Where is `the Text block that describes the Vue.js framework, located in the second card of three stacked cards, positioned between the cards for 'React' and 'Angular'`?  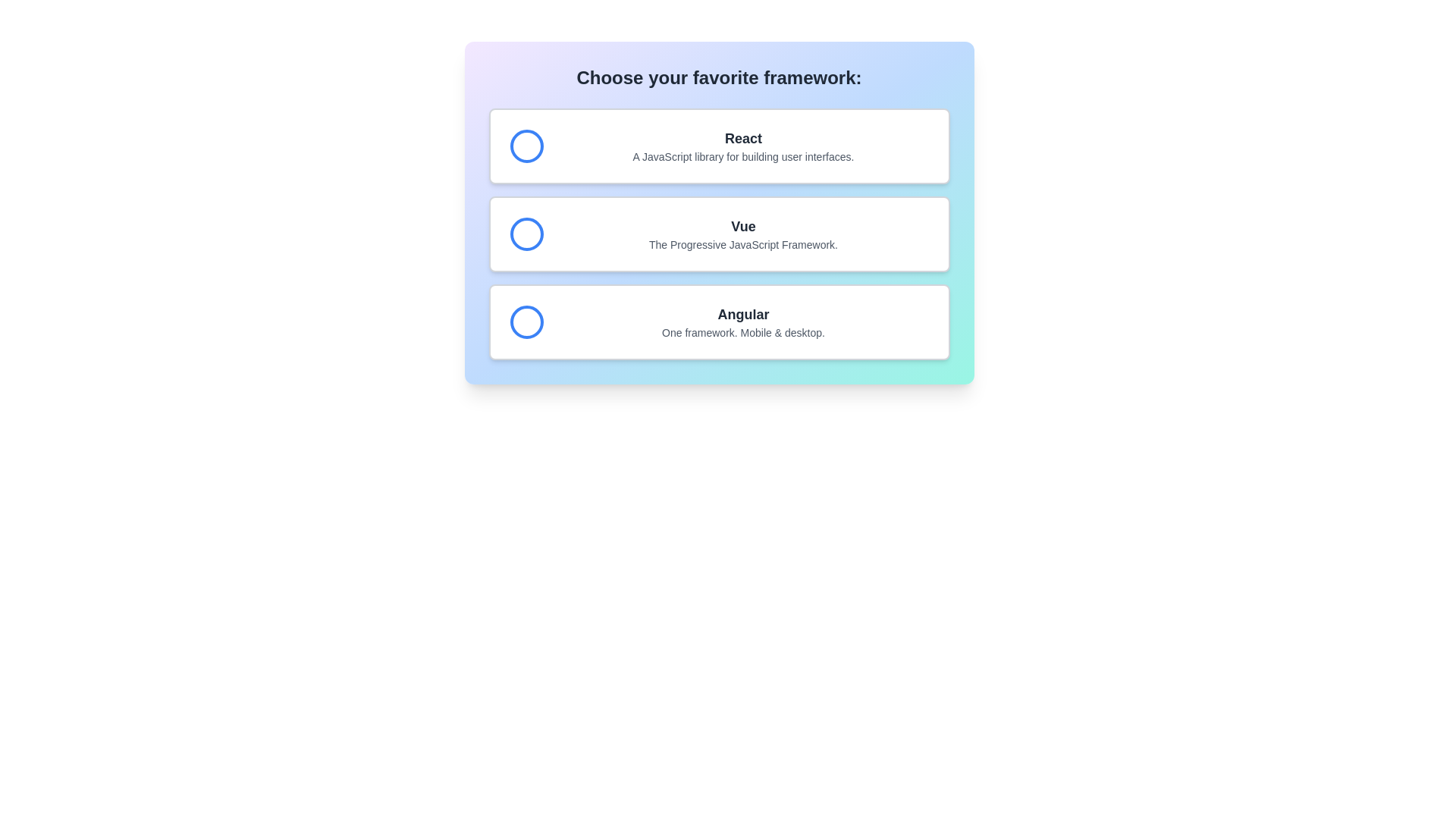
the Text block that describes the Vue.js framework, located in the second card of three stacked cards, positioned between the cards for 'React' and 'Angular' is located at coordinates (743, 234).